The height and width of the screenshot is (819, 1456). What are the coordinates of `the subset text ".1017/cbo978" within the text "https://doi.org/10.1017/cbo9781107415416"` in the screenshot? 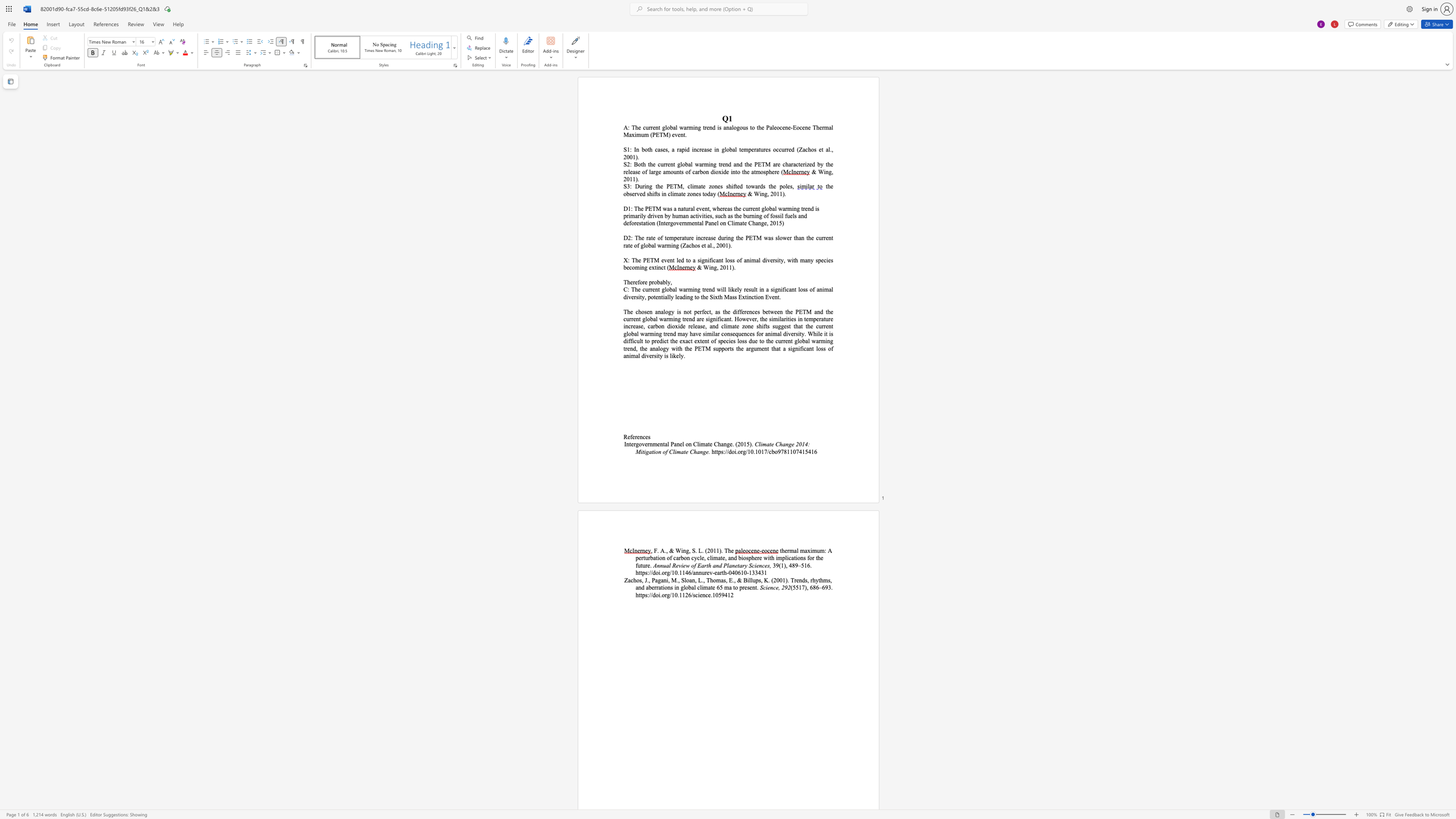 It's located at (753, 451).